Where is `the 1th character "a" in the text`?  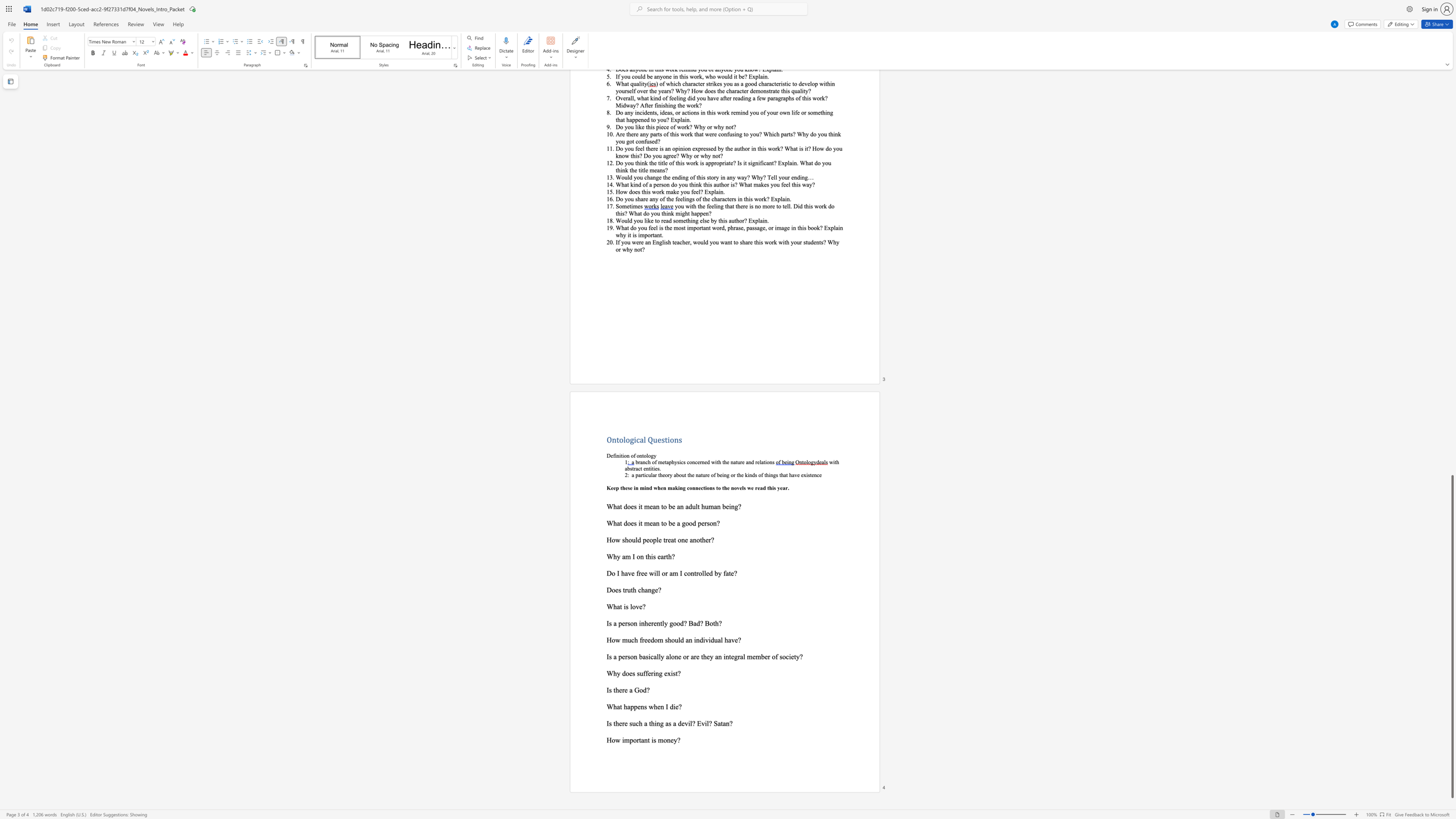
the 1th character "a" in the text is located at coordinates (615, 657).